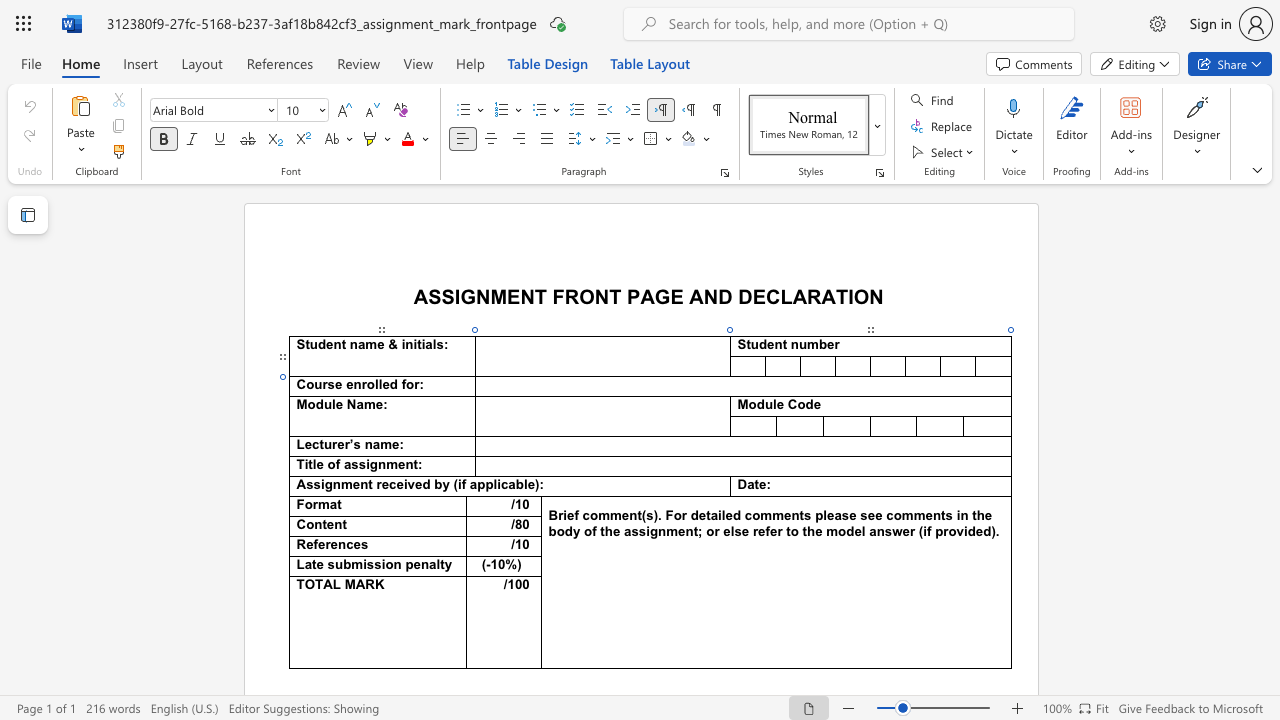 This screenshot has height=720, width=1280. Describe the element at coordinates (412, 384) in the screenshot. I see `the space between the continuous character "o" and "r" in the text` at that location.